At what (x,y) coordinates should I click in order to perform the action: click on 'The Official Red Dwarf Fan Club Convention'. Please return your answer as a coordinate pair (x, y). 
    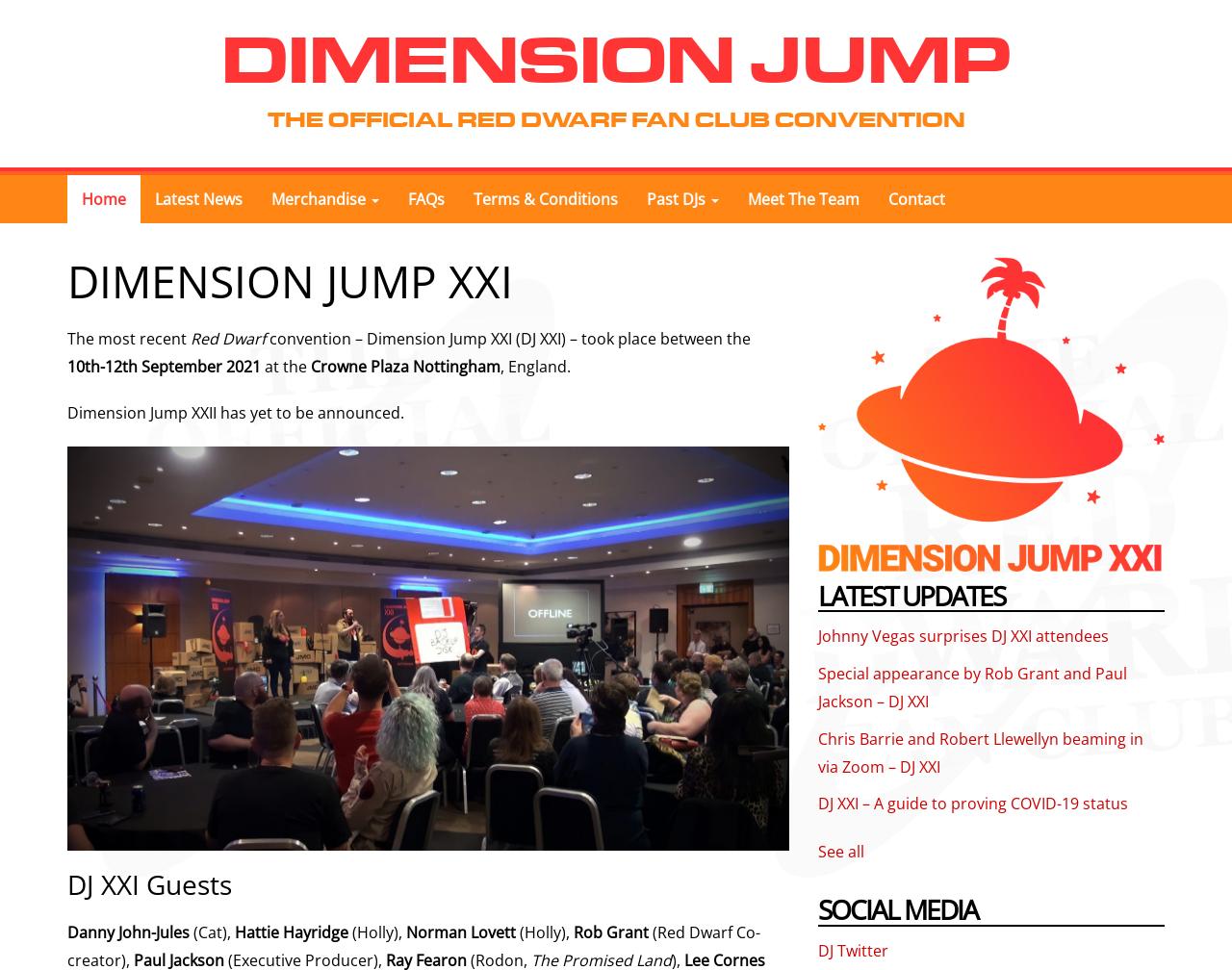
    Looking at the image, I should click on (614, 119).